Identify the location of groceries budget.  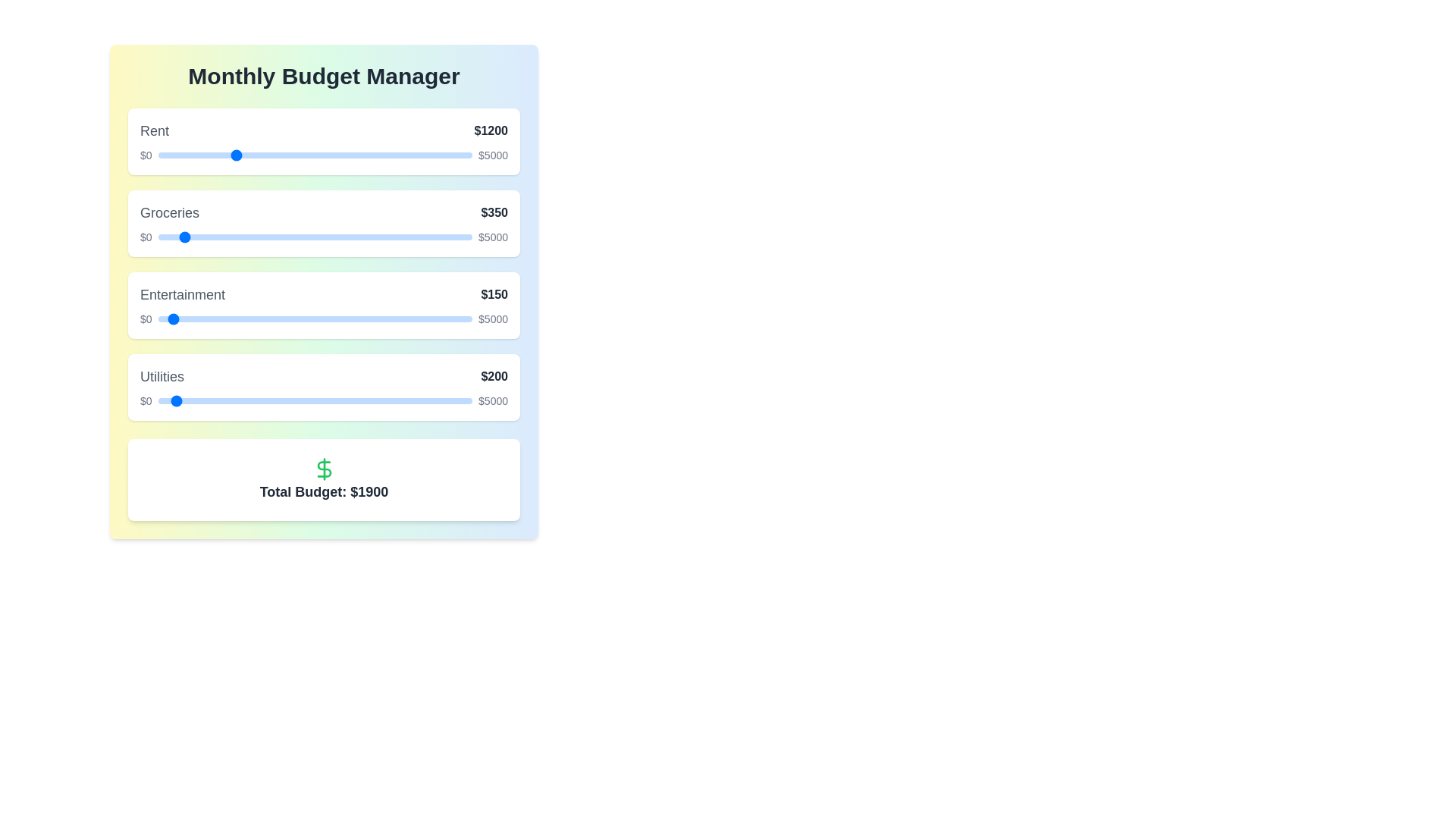
(180, 237).